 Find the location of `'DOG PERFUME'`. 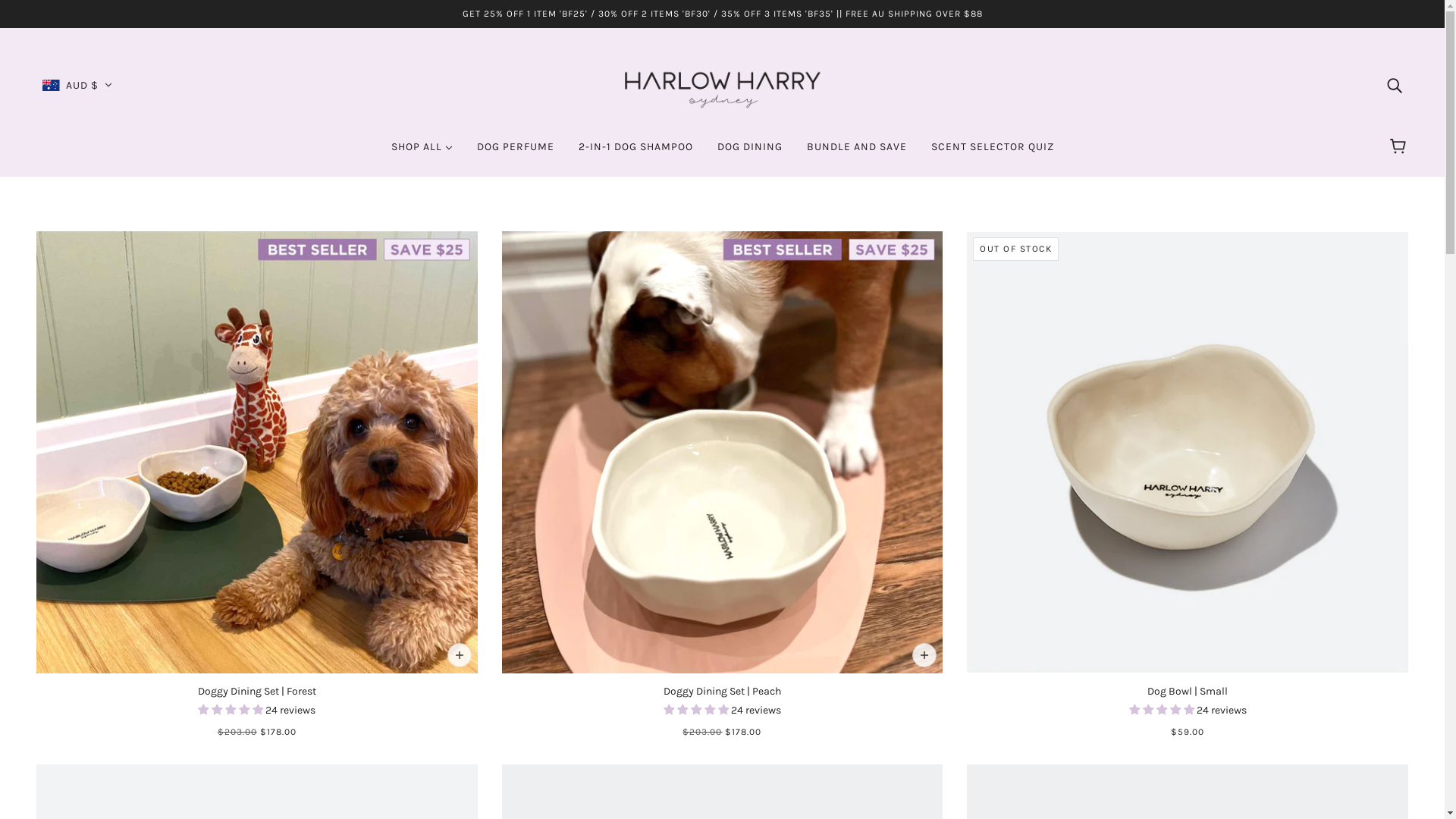

'DOG PERFUME' is located at coordinates (514, 152).